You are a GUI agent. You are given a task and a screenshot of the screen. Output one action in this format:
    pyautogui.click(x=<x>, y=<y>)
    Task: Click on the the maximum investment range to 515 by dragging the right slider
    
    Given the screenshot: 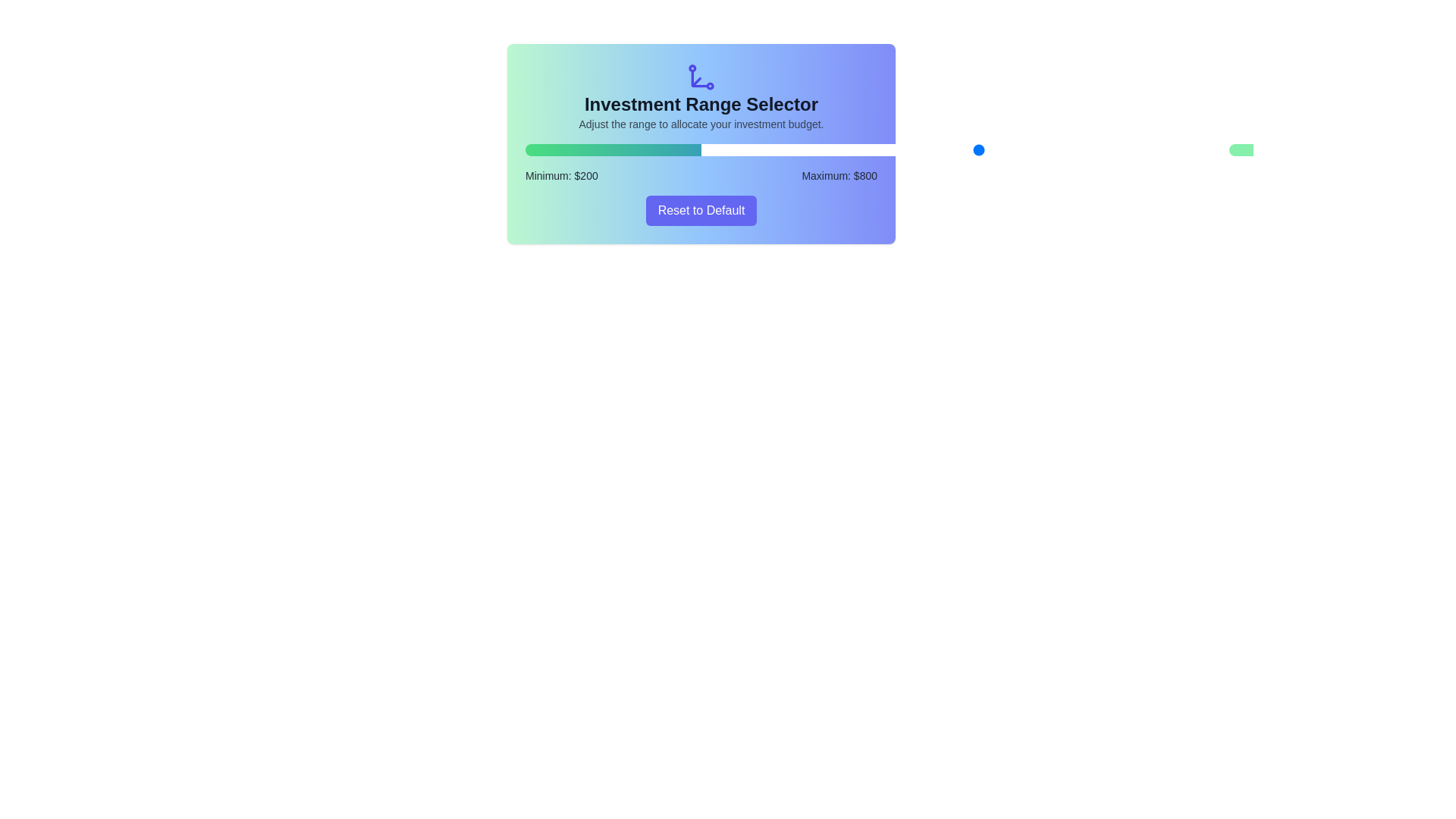 What is the action you would take?
    pyautogui.click(x=886, y=149)
    